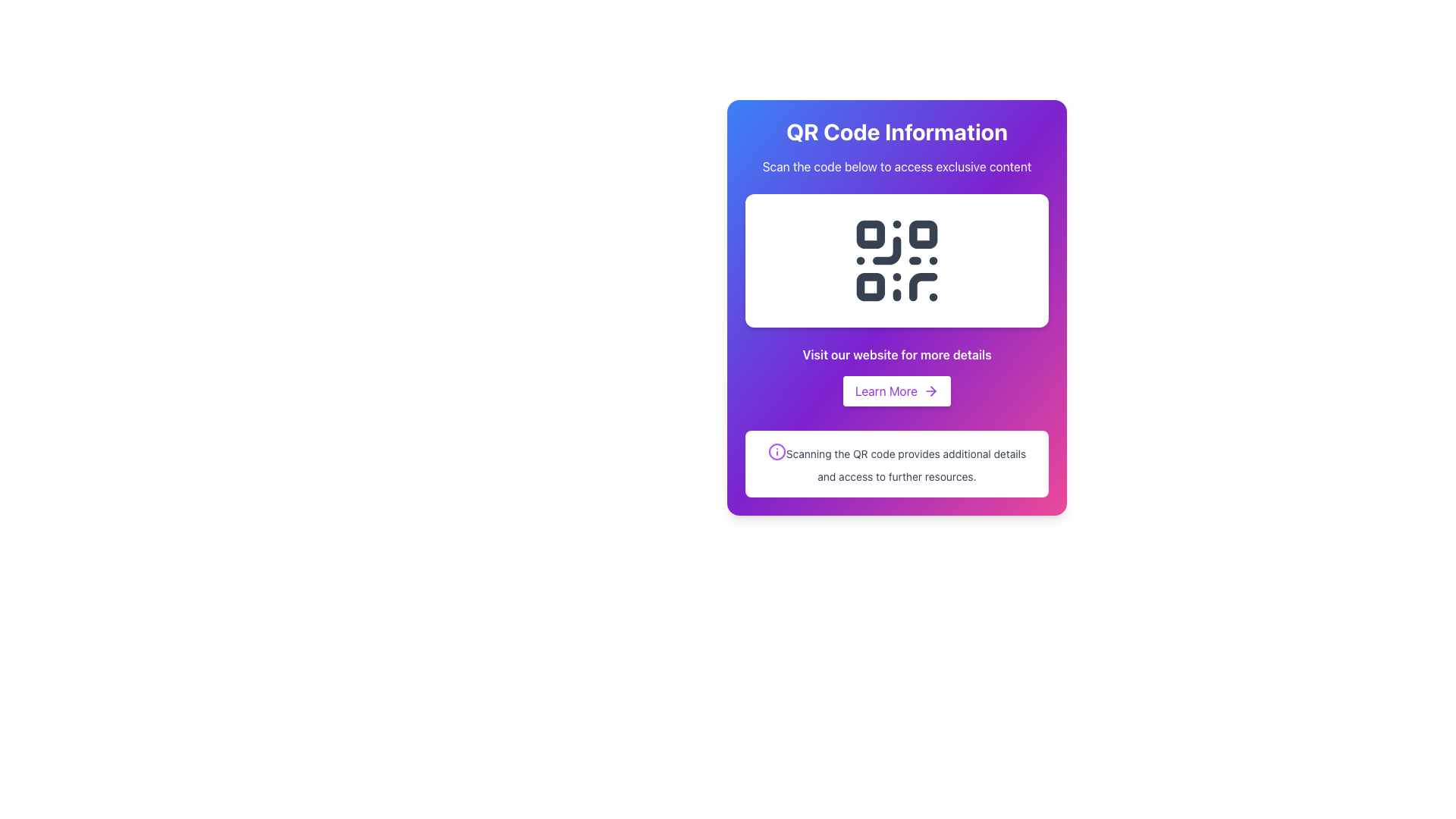  I want to click on the 'Learn More' button, which has a purple border, rounded corners, and a white background, so click(896, 391).